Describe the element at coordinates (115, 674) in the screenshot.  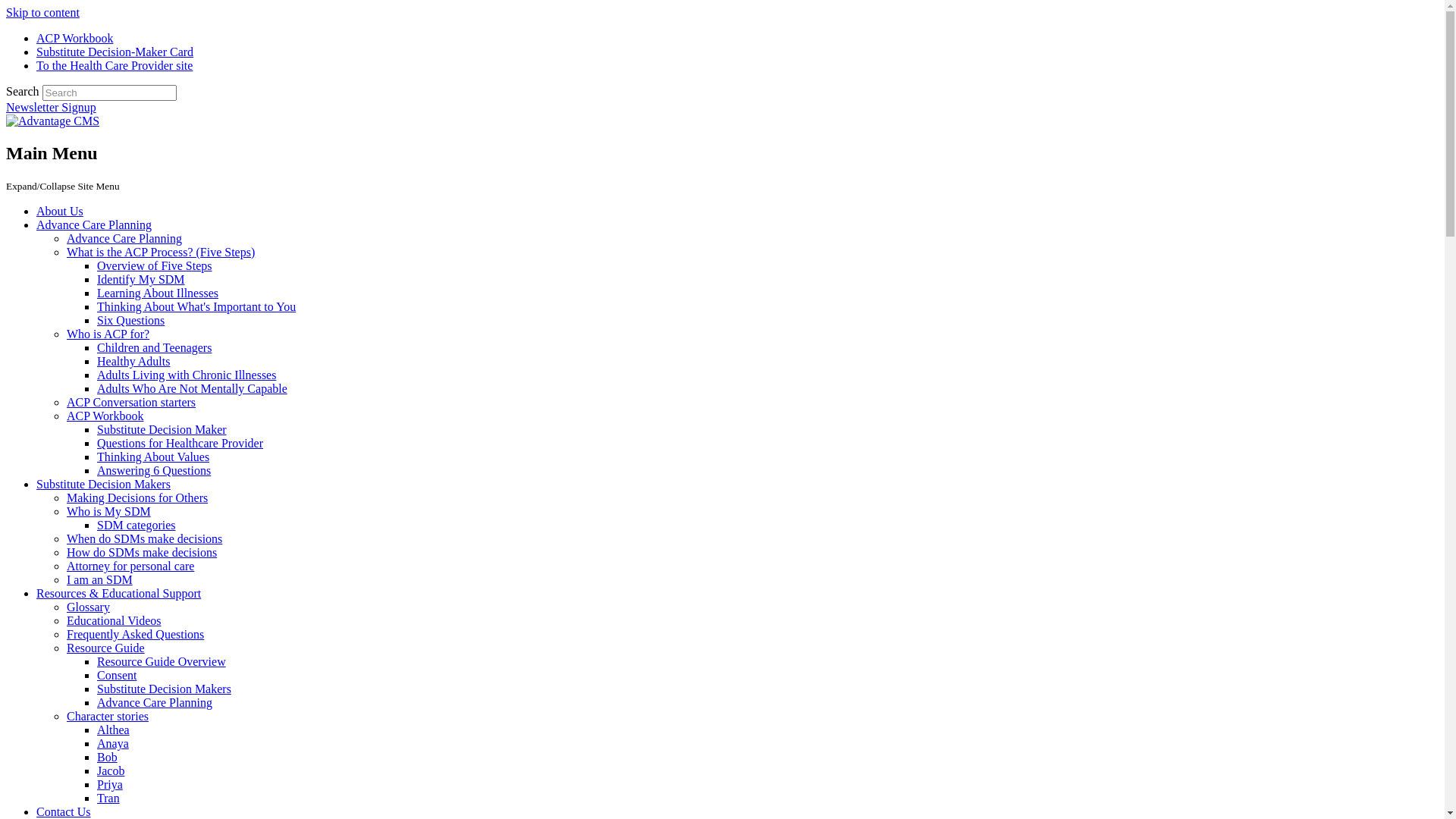
I see `'Consent'` at that location.